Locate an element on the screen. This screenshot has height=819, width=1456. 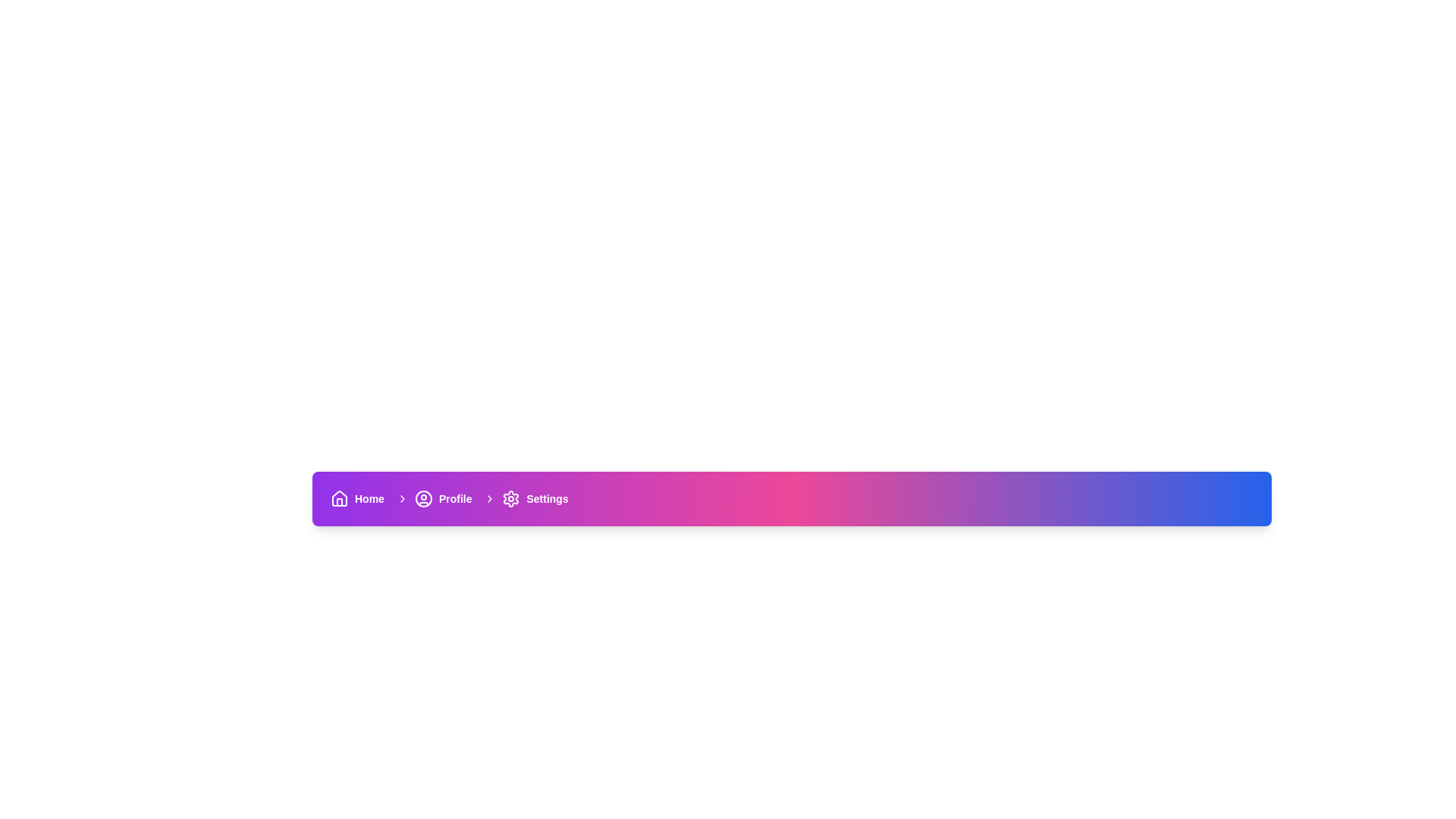
the circular avatar silhouette icon located in the navigation bar is located at coordinates (423, 499).